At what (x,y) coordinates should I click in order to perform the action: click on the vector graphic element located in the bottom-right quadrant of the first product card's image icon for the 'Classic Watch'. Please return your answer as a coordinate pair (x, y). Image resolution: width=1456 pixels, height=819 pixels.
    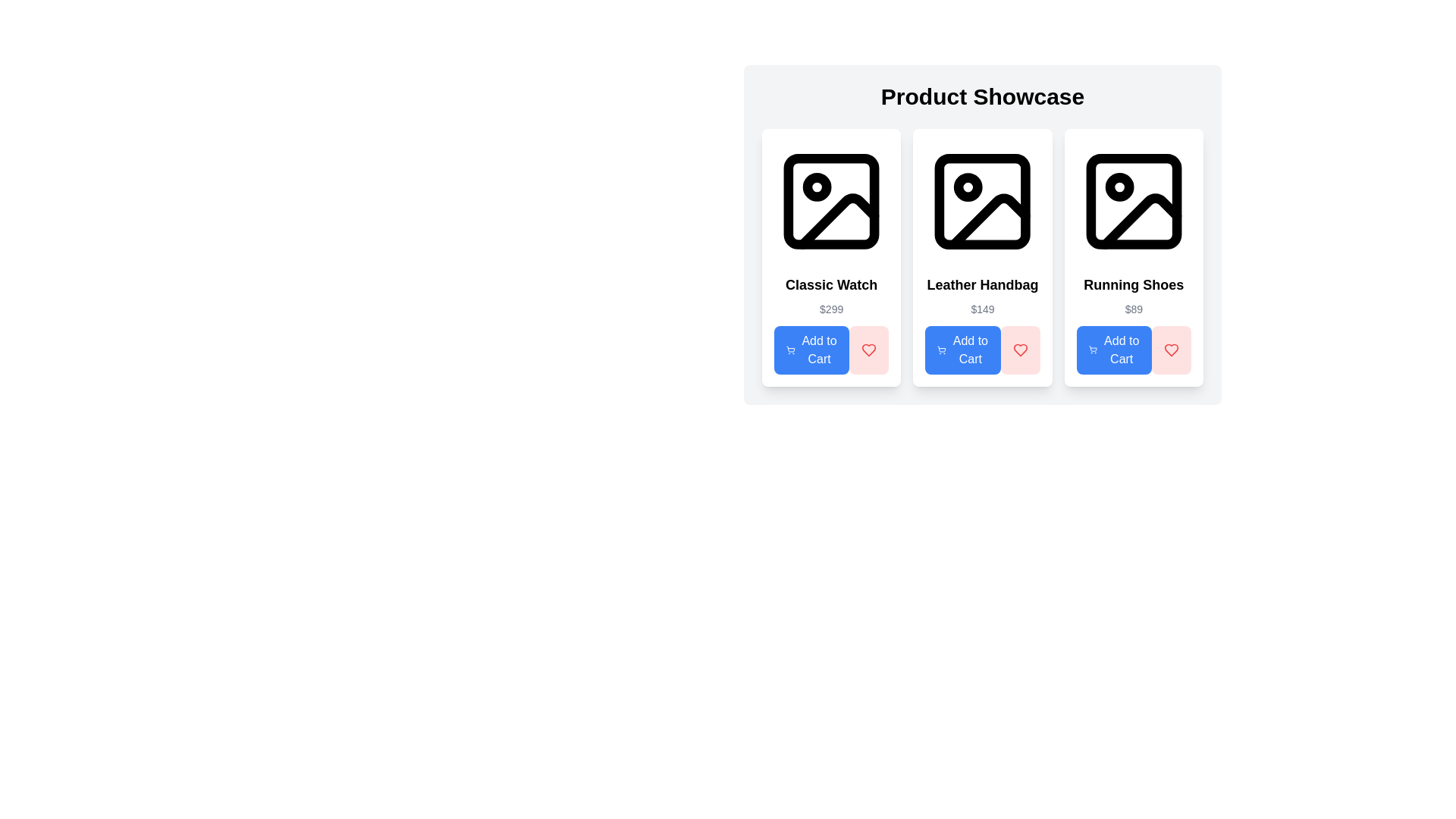
    Looking at the image, I should click on (838, 221).